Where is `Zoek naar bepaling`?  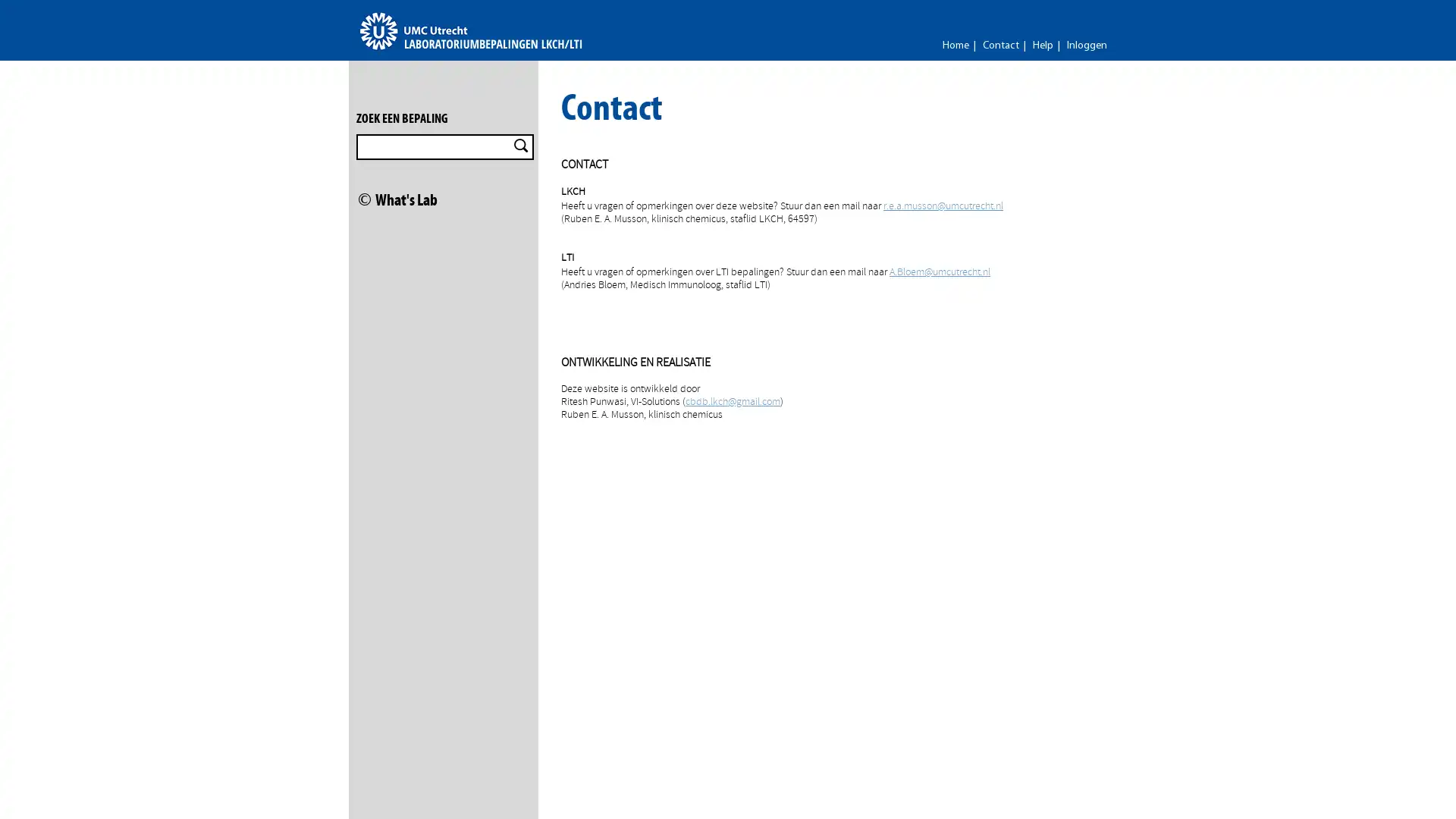 Zoek naar bepaling is located at coordinates (520, 146).